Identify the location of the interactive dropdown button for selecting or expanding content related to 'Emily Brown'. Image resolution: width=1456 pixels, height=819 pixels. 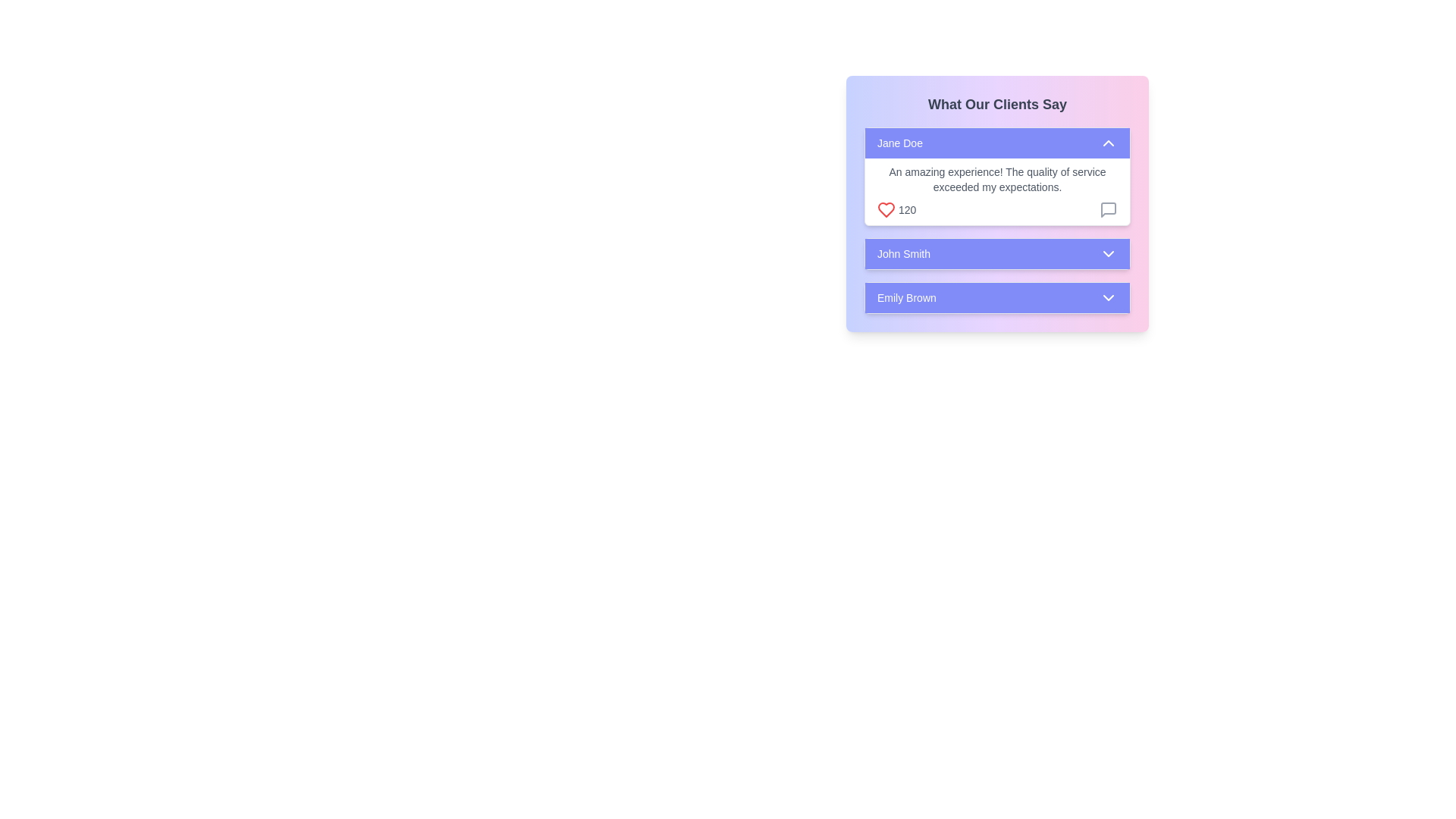
(997, 298).